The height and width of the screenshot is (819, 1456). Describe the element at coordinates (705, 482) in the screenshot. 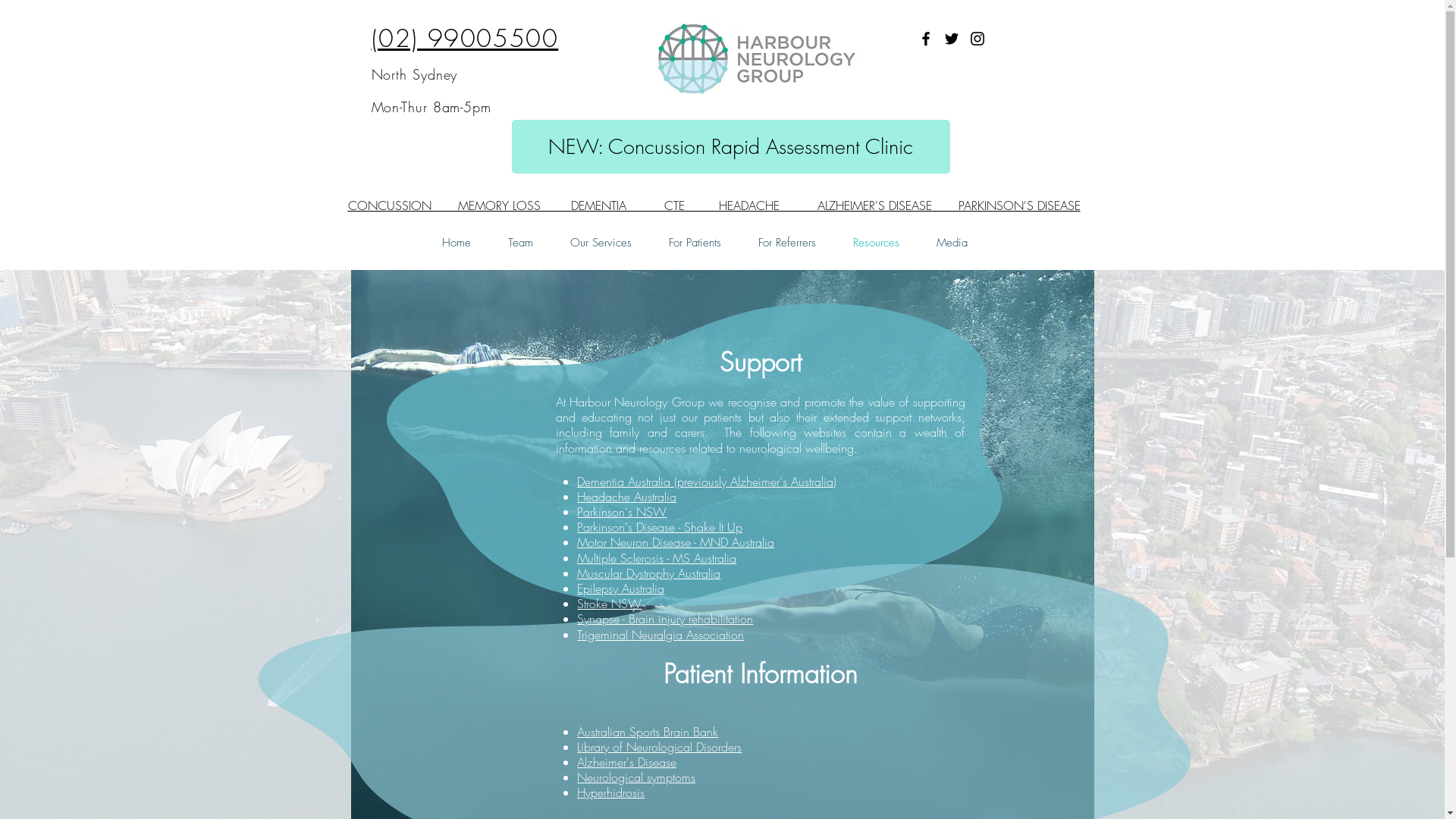

I see `'Dementia Australia (previously Alzheimer's Australia)'` at that location.